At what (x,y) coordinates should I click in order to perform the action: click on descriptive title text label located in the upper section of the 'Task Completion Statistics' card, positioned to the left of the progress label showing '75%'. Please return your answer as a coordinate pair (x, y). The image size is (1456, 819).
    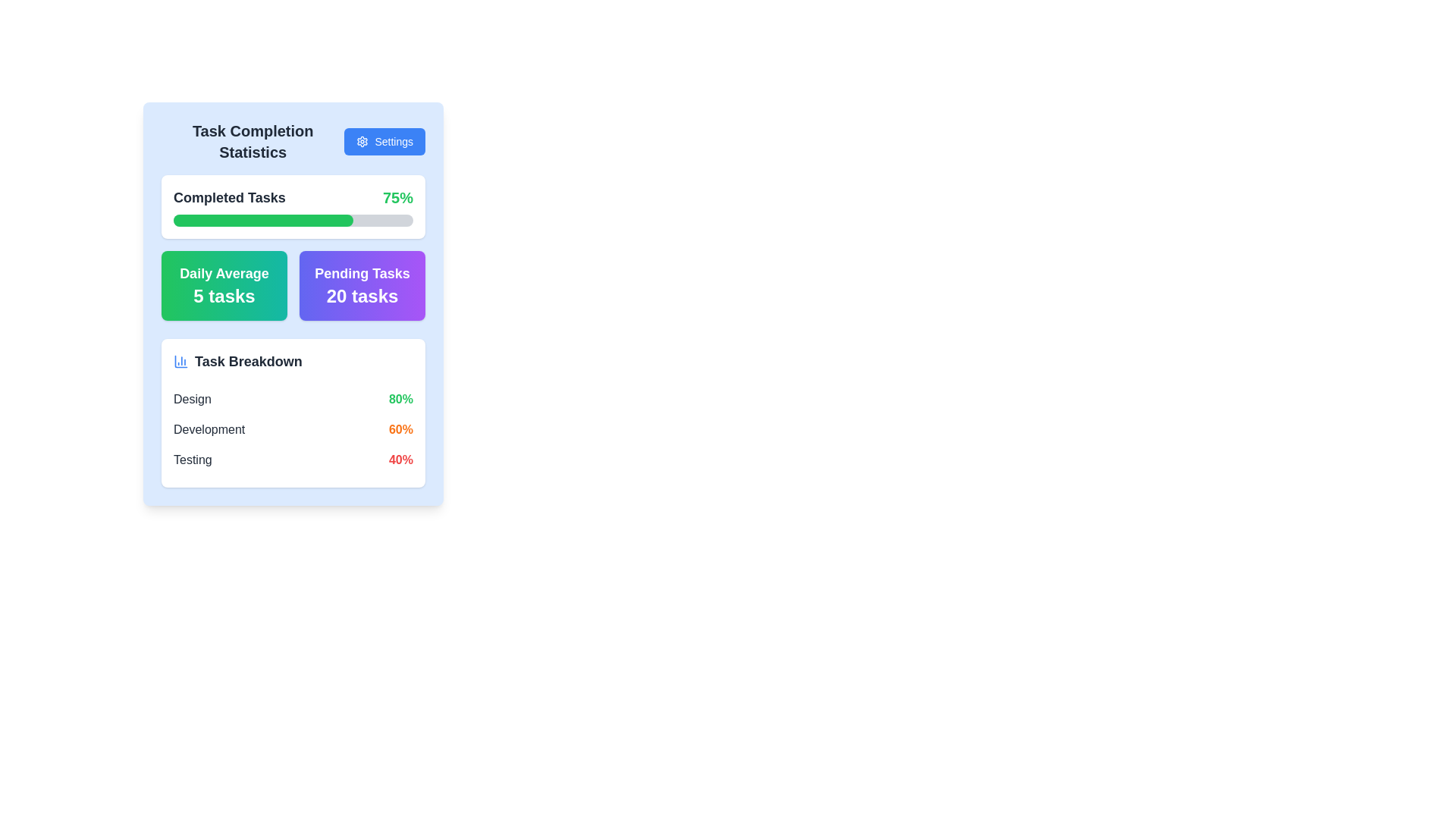
    Looking at the image, I should click on (228, 197).